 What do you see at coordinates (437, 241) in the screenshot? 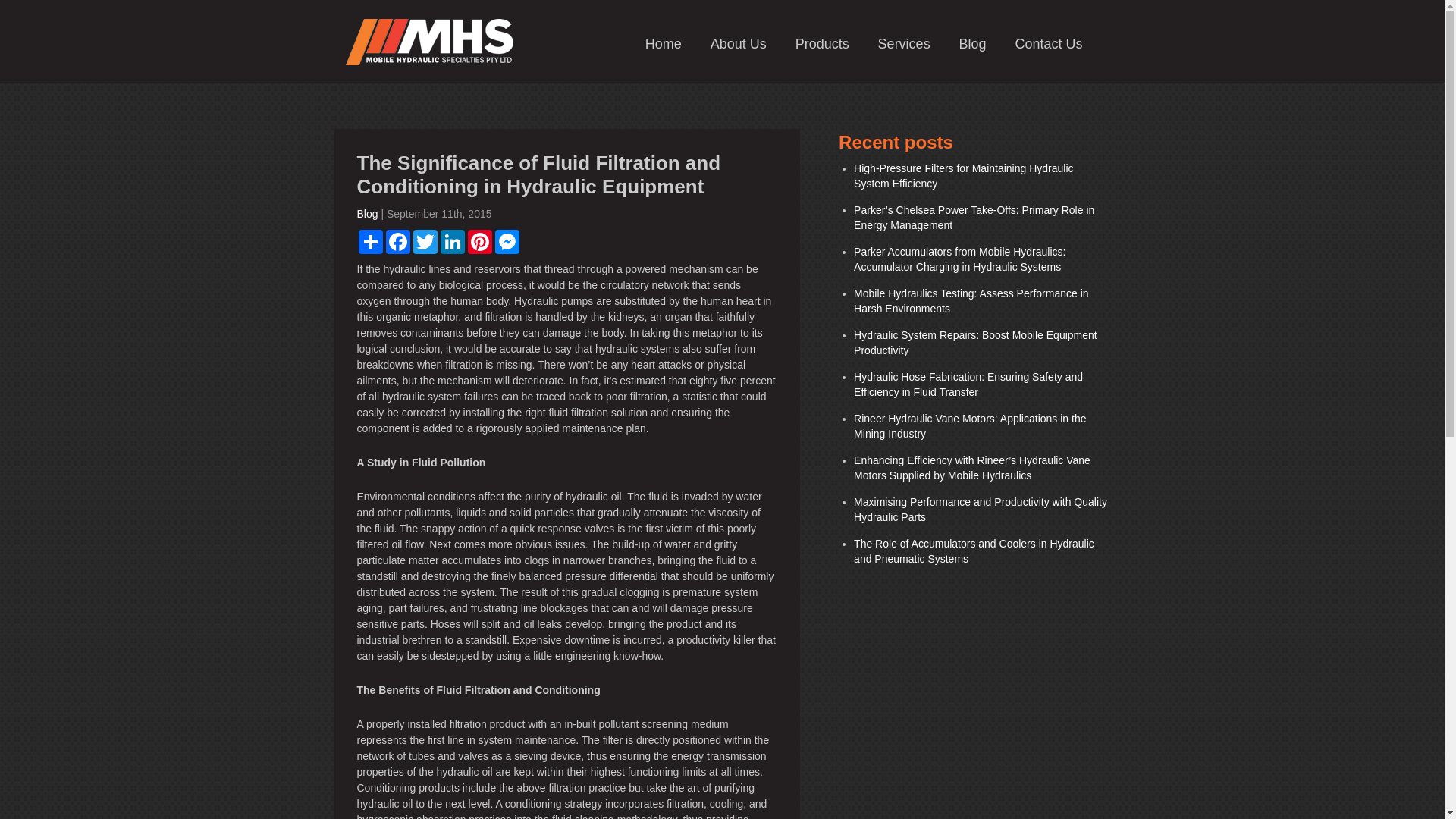
I see `'LinkedIn'` at bounding box center [437, 241].